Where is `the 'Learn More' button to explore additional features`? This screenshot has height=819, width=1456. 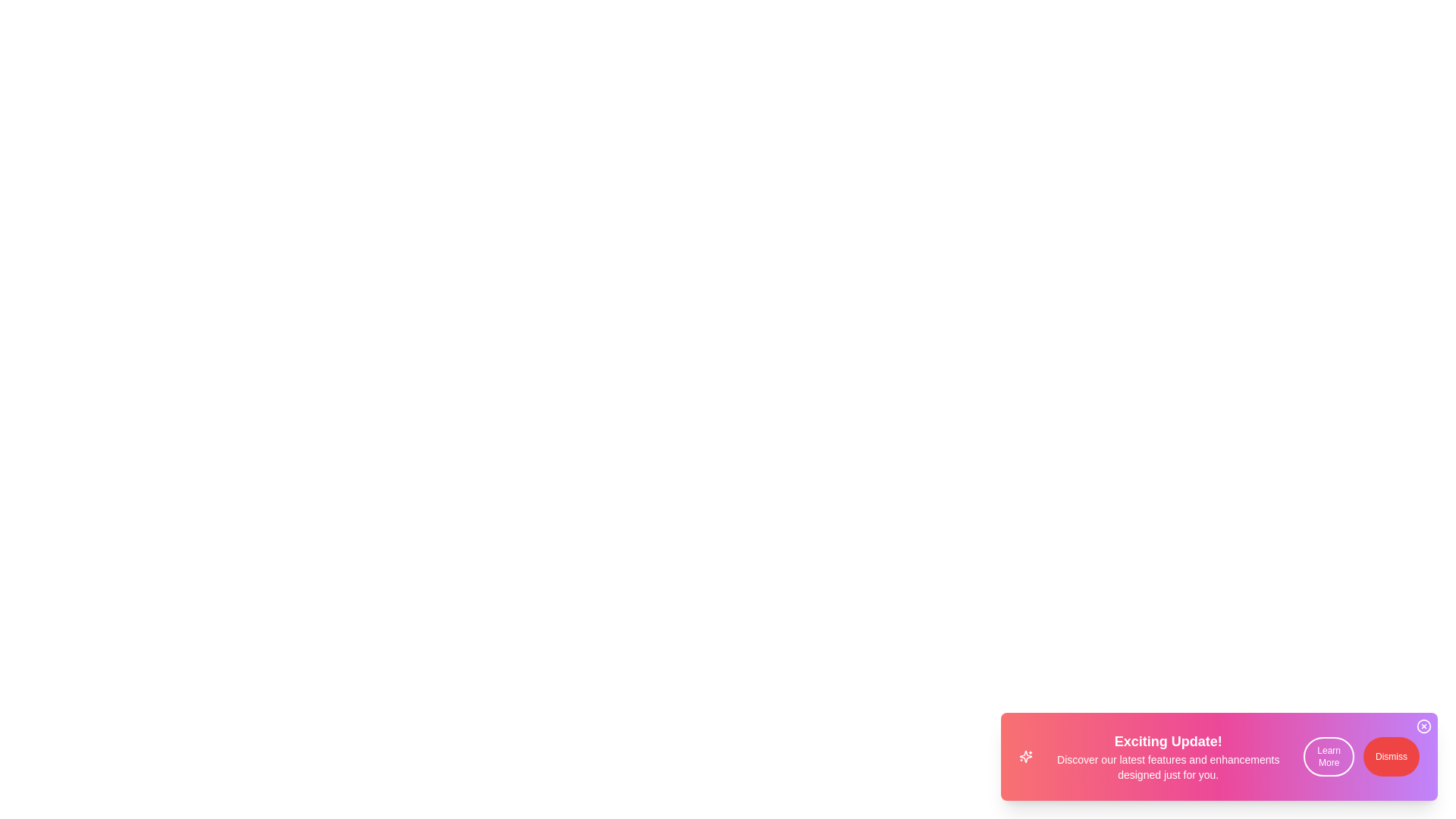 the 'Learn More' button to explore additional features is located at coordinates (1328, 757).